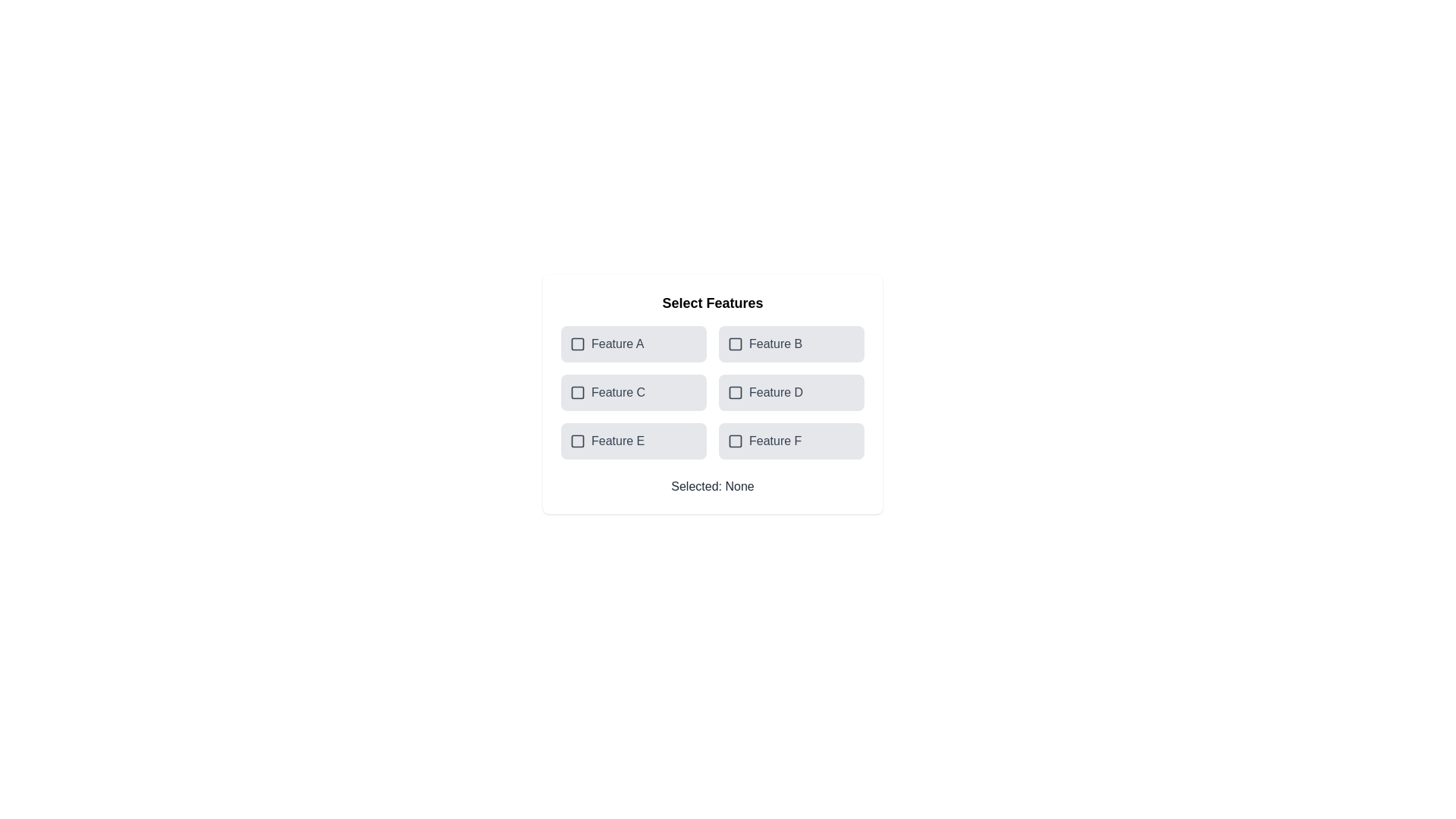 The height and width of the screenshot is (819, 1456). Describe the element at coordinates (790, 391) in the screenshot. I see `the rectangular button with rounded corners labeled 'Feature D', which is located in the second row and second column of the grid layout, beneath 'Feature B' and to the right of 'Feature C'` at that location.